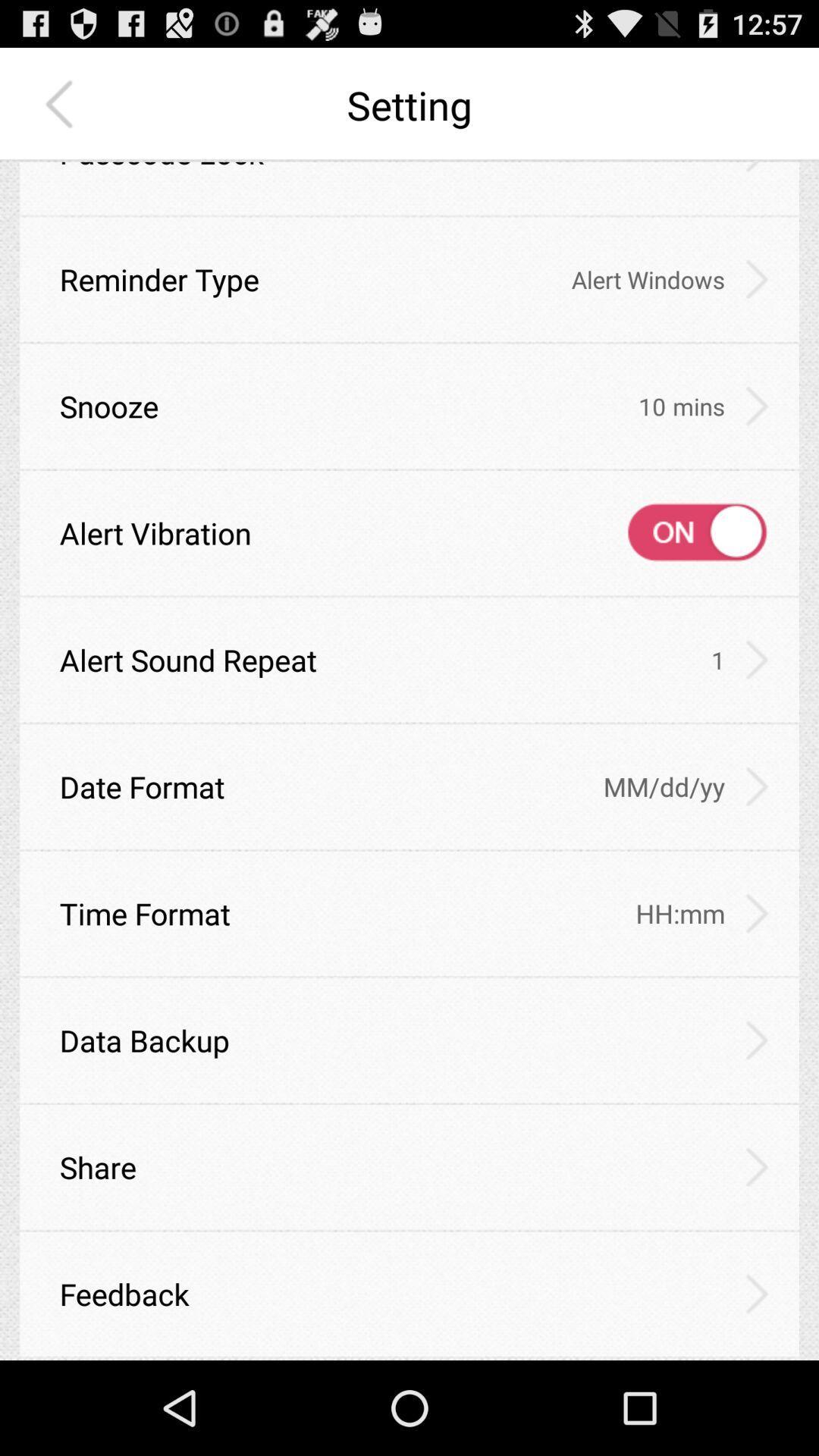  I want to click on the arrow_backward icon, so click(62, 111).